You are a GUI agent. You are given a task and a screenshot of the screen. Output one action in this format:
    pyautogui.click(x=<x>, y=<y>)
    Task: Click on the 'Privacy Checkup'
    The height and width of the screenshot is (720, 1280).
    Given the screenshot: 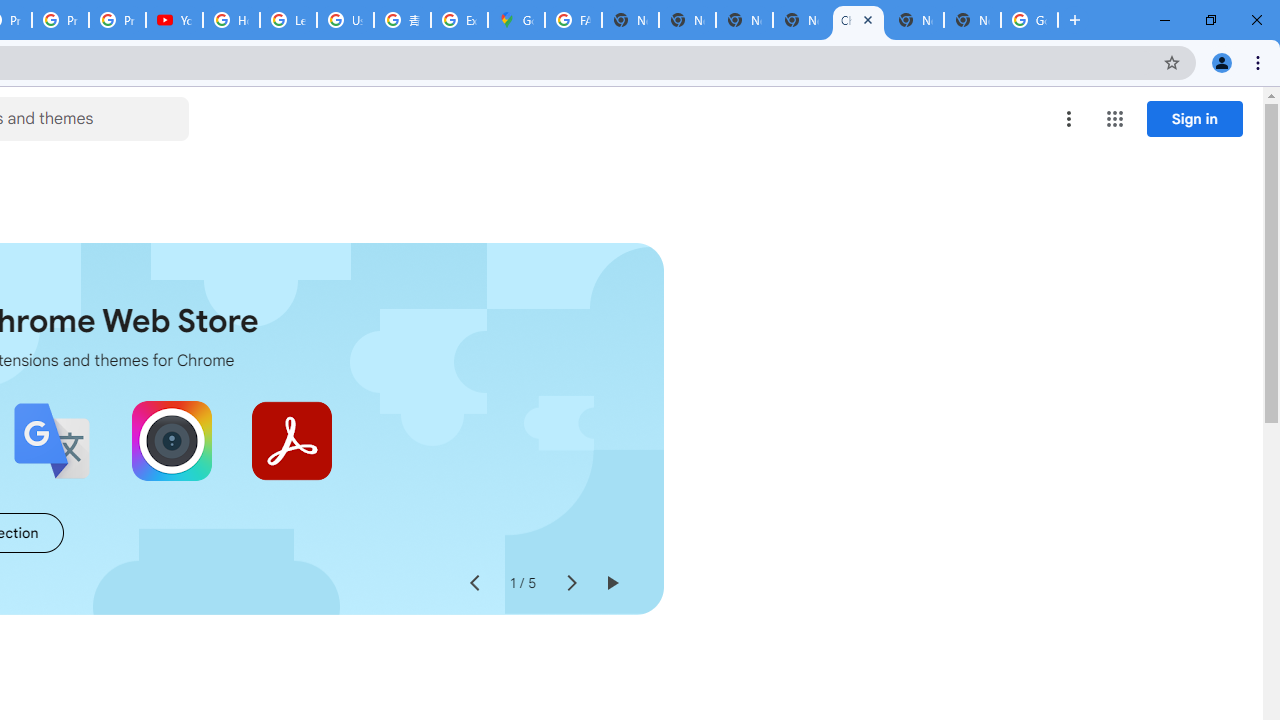 What is the action you would take?
    pyautogui.click(x=60, y=20)
    